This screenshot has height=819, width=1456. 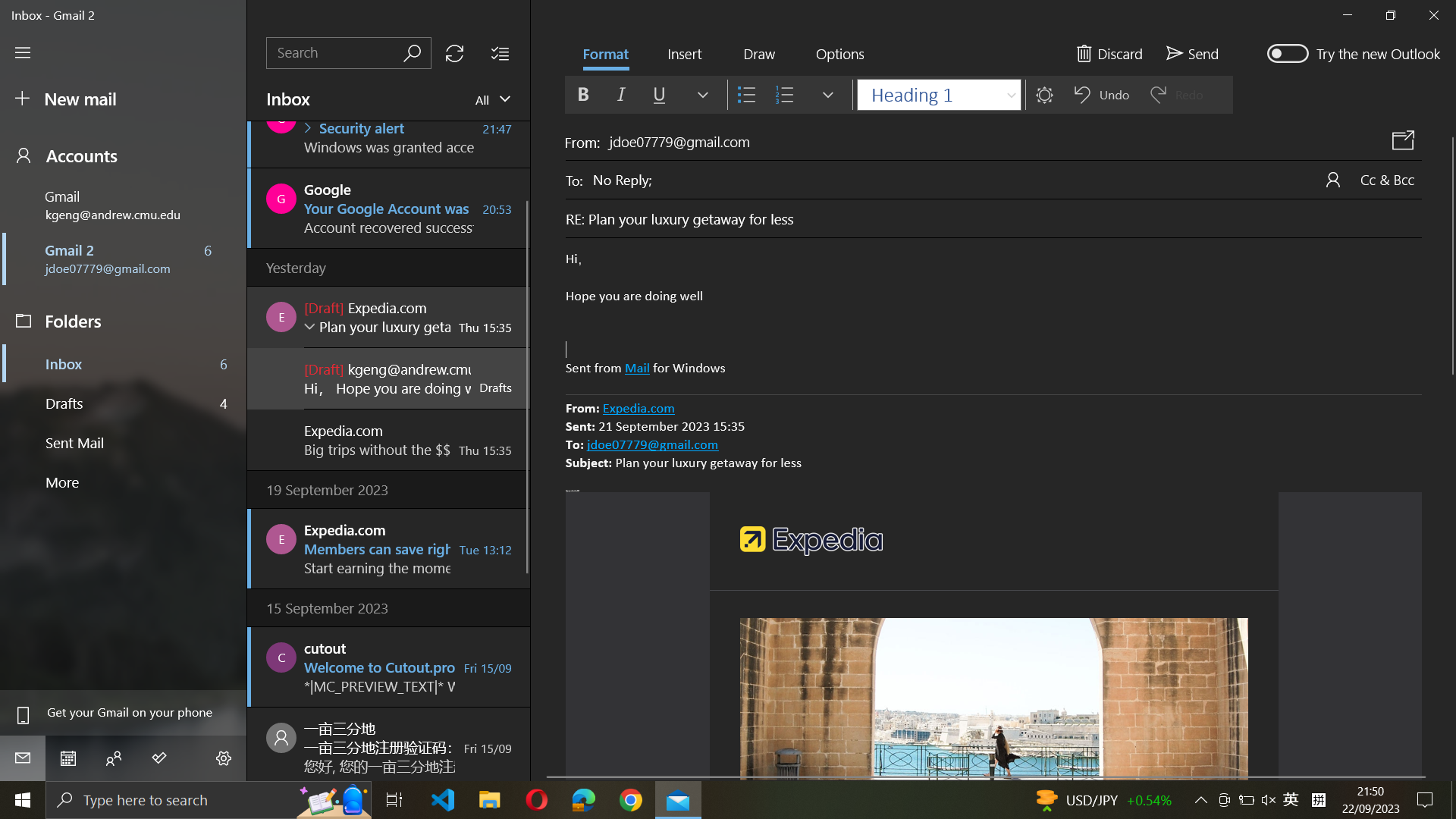 I want to click on a numbered list format to the selected text, so click(x=993, y=314).